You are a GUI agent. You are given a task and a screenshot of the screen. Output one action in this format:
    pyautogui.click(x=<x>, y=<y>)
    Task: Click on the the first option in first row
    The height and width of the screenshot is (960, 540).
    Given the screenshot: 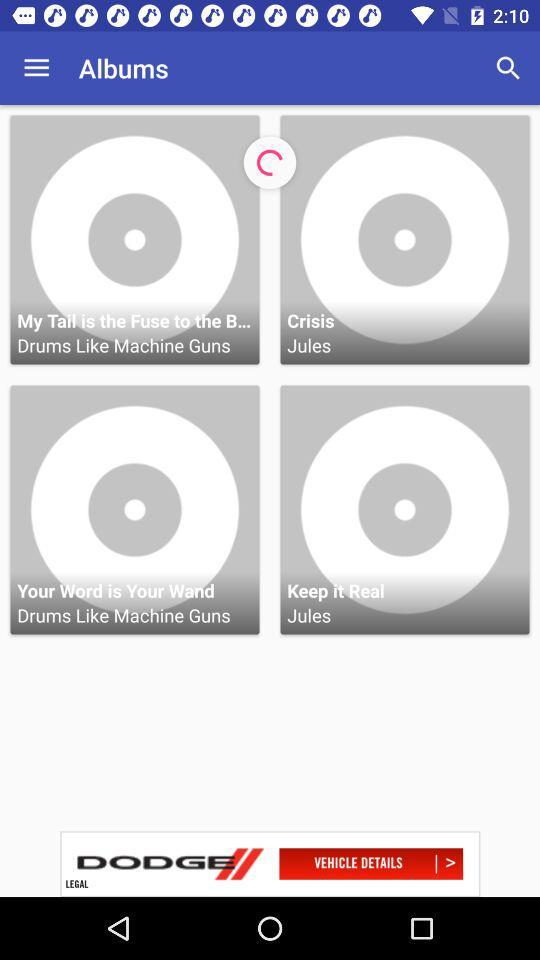 What is the action you would take?
    pyautogui.click(x=135, y=240)
    